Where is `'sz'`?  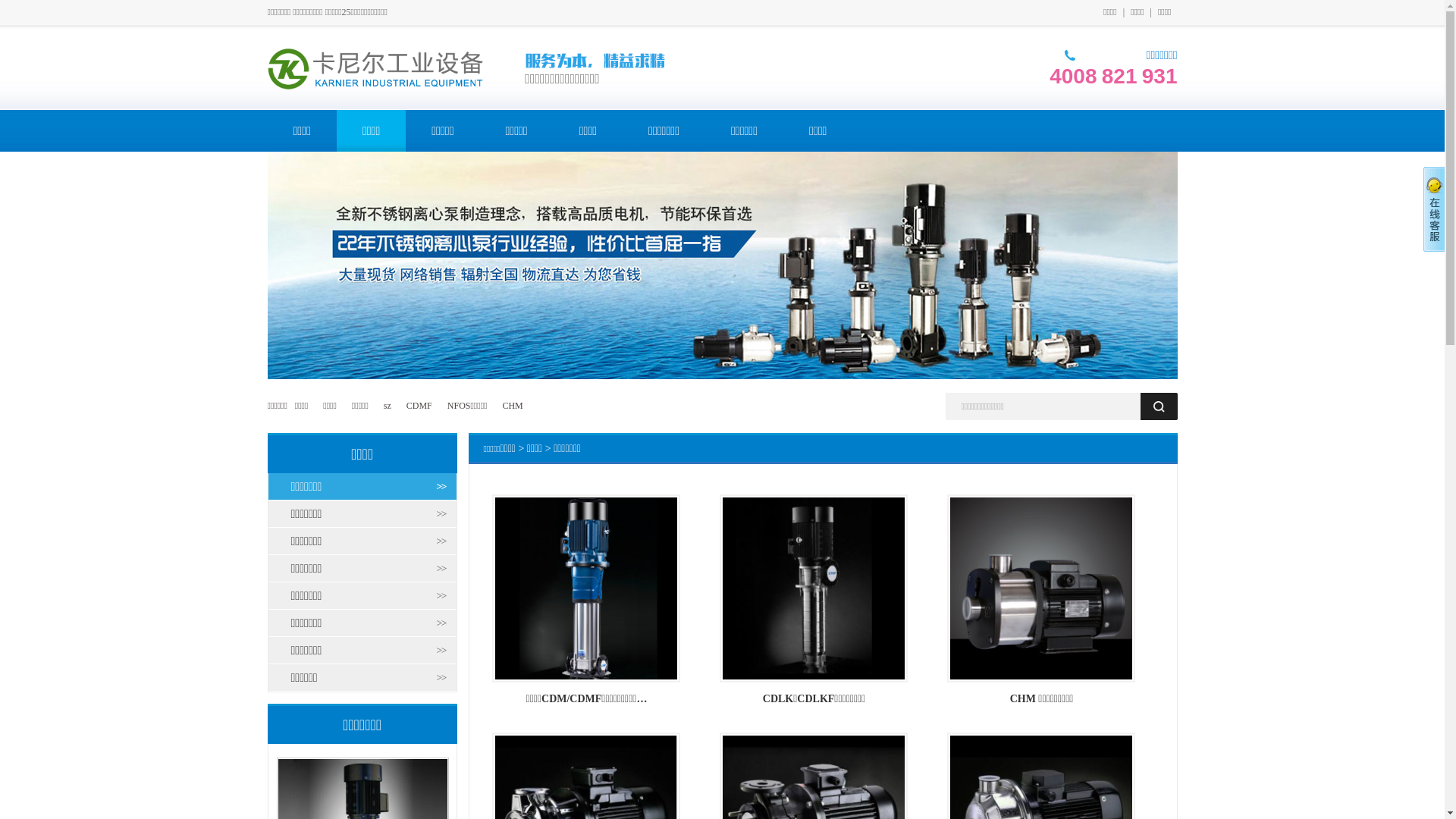
'sz' is located at coordinates (387, 405).